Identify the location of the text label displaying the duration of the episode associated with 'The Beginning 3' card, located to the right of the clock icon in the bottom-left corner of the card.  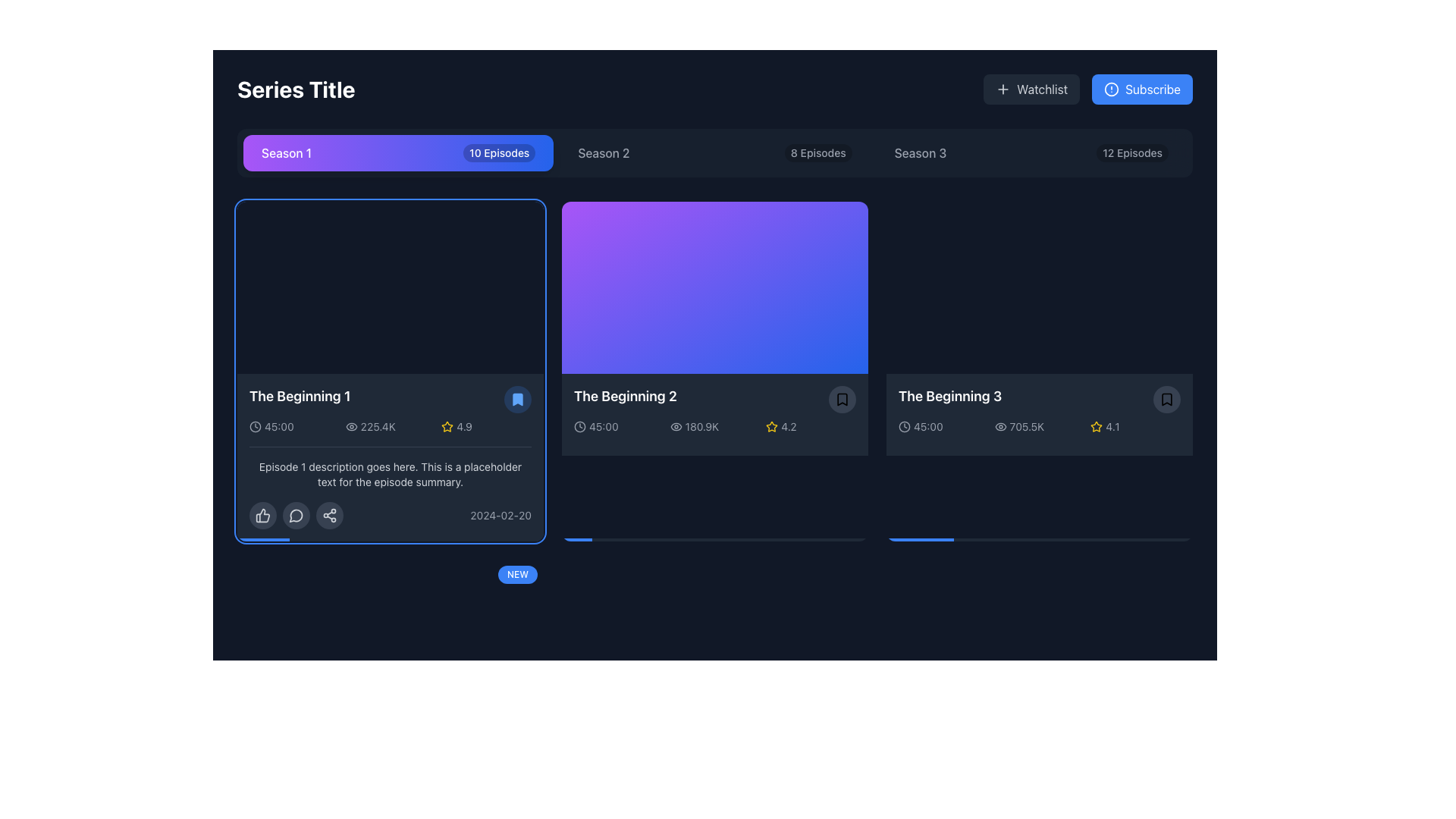
(927, 427).